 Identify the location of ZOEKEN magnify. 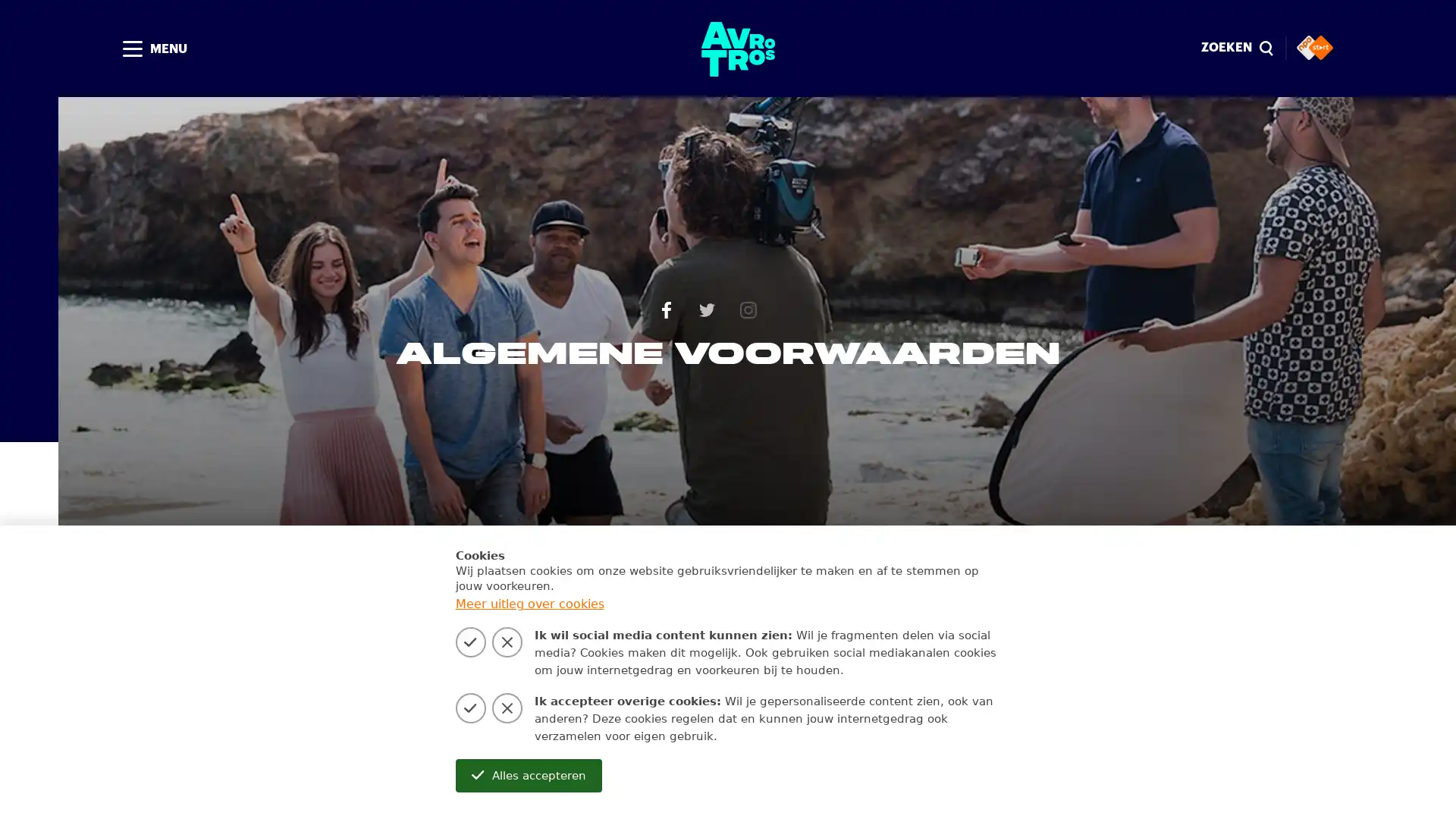
(1236, 48).